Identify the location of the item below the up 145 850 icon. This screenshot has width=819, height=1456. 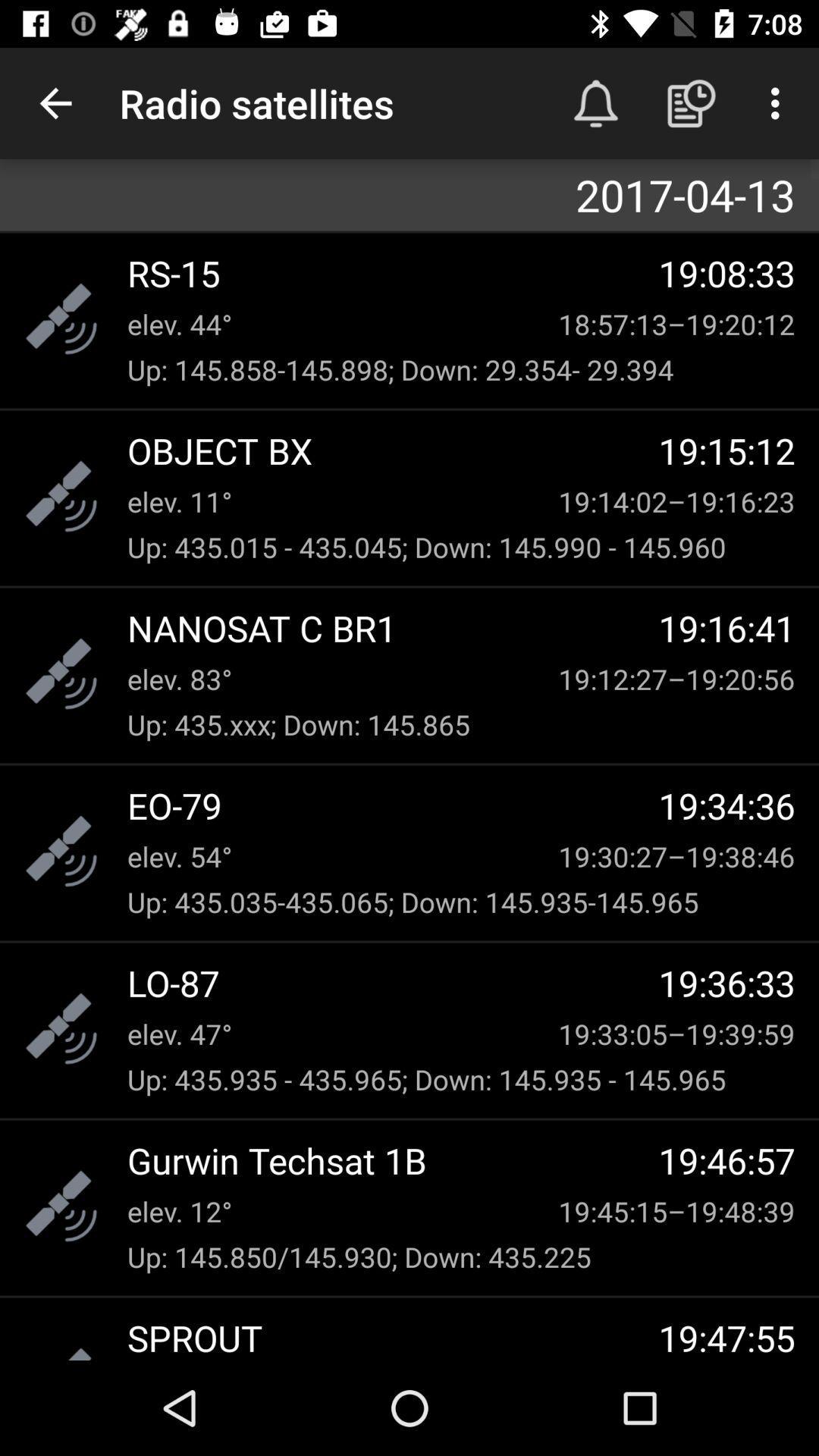
(392, 1337).